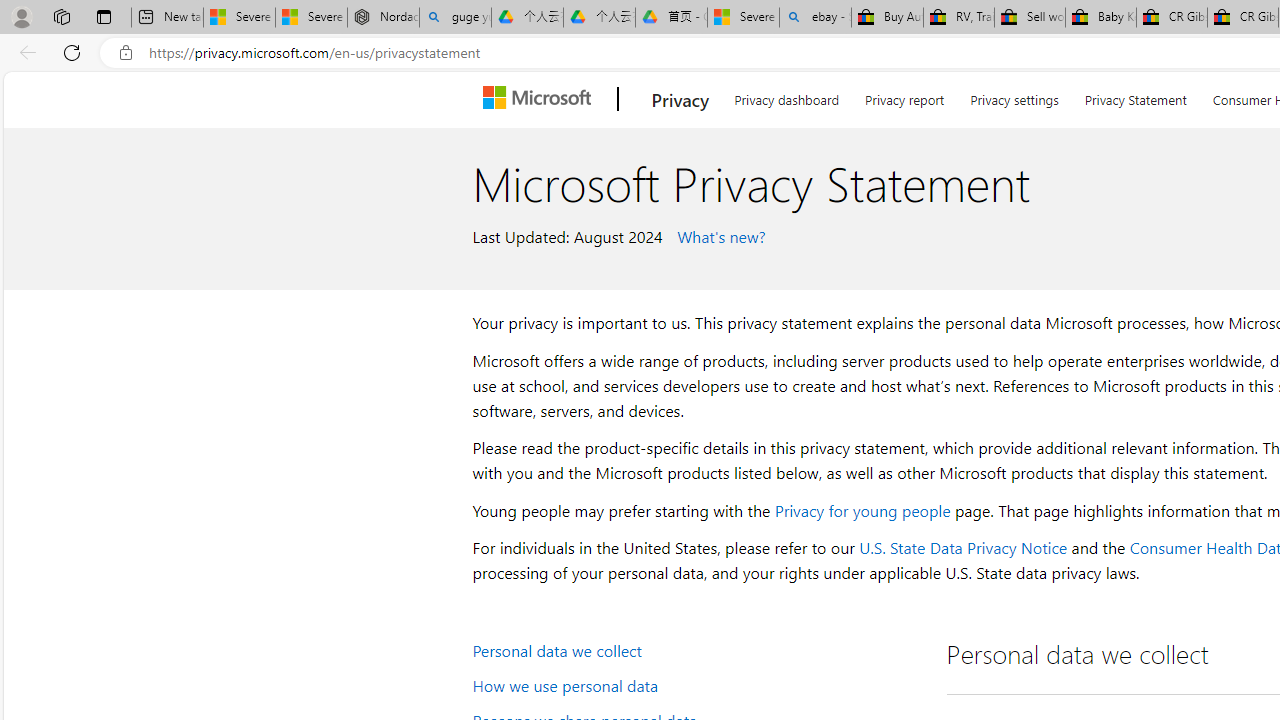  Describe the element at coordinates (963, 547) in the screenshot. I see `'U.S. State Data Privacy Notice'` at that location.